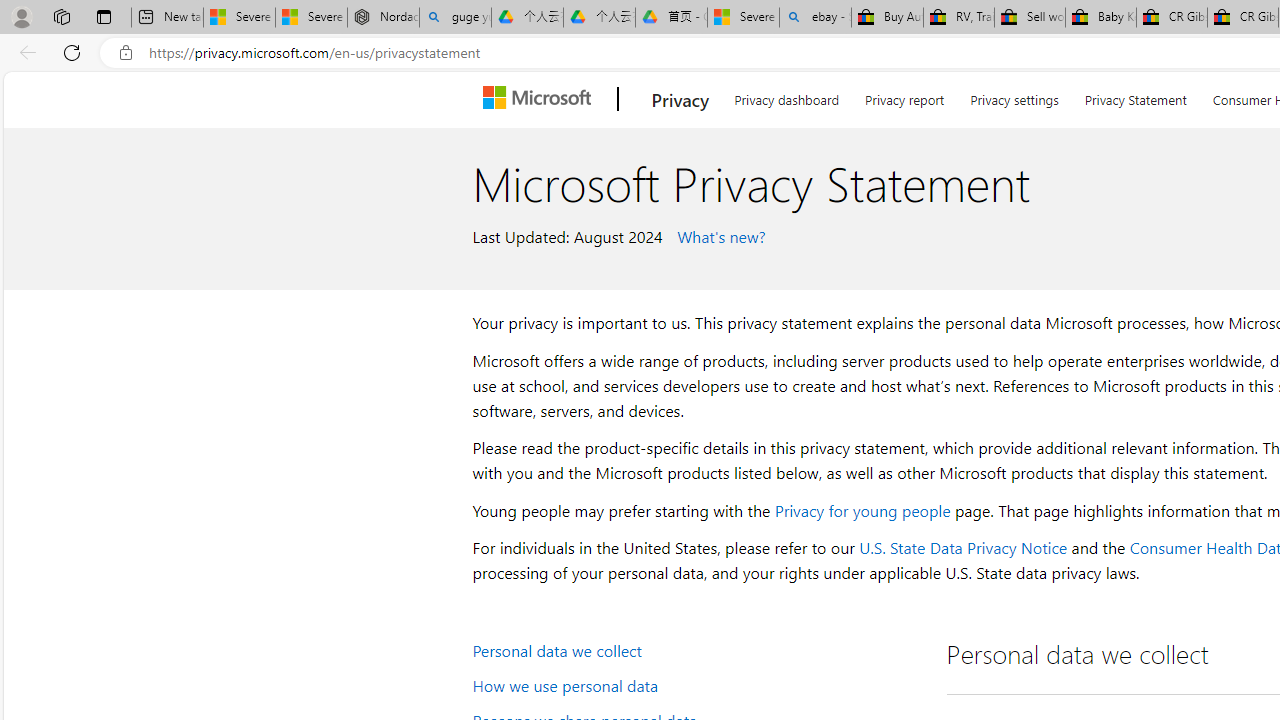  Describe the element at coordinates (963, 547) in the screenshot. I see `'U.S. State Data Privacy Notice'` at that location.